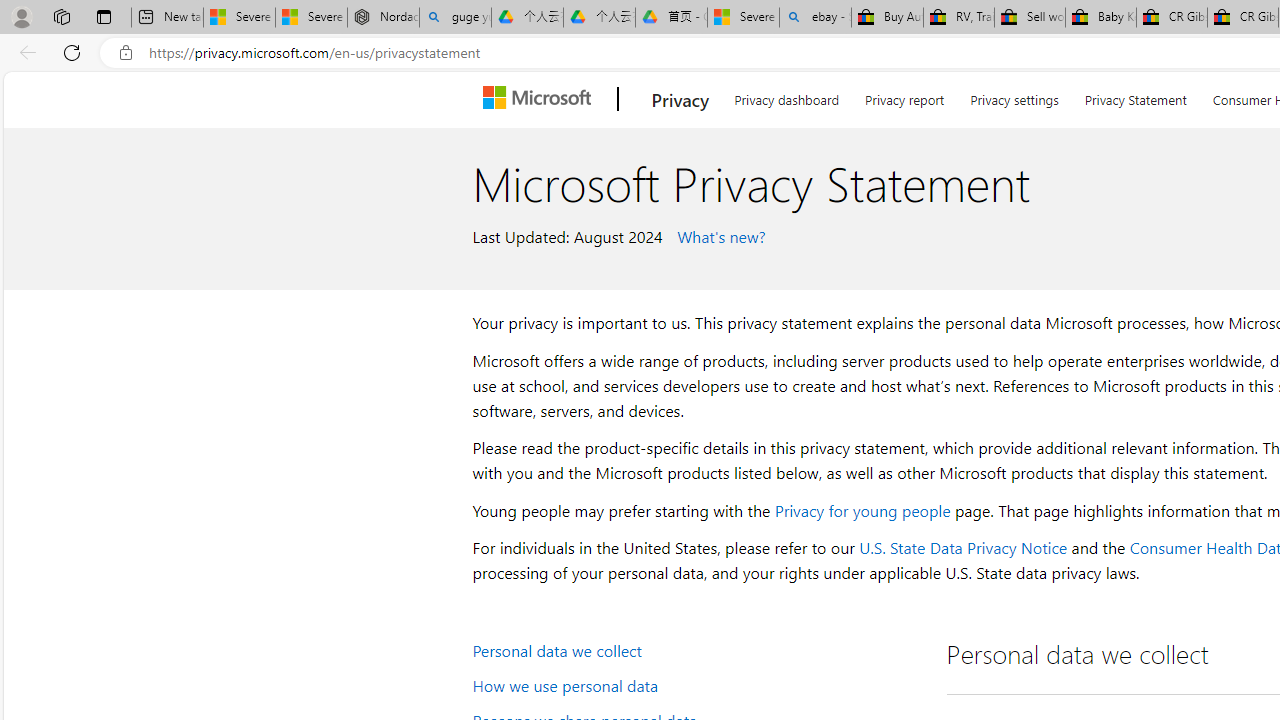  Describe the element at coordinates (963, 547) in the screenshot. I see `'U.S. State Data Privacy Notice'` at that location.